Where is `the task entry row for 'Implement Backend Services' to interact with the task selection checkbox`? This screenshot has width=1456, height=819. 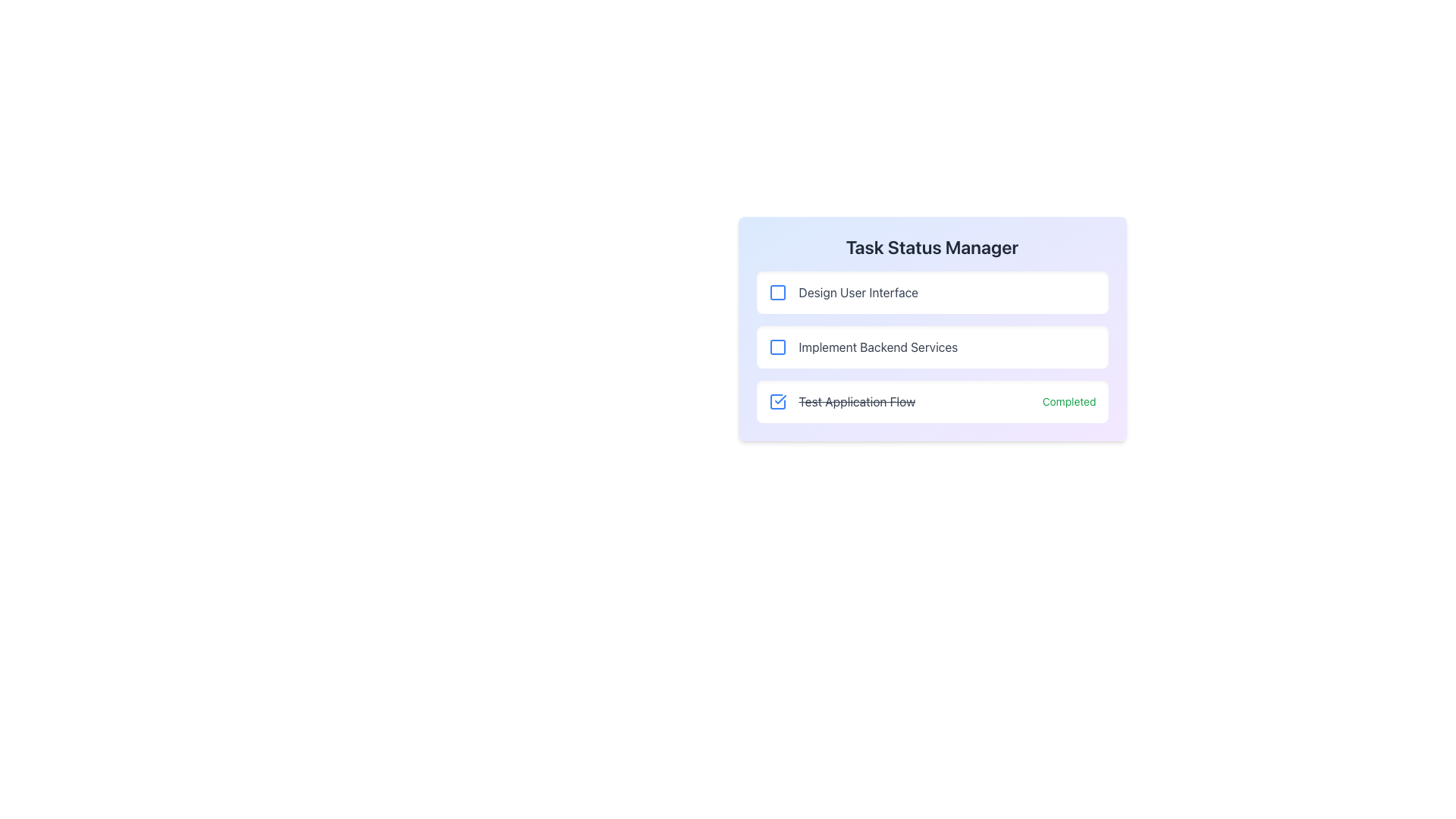
the task entry row for 'Implement Backend Services' to interact with the task selection checkbox is located at coordinates (931, 347).